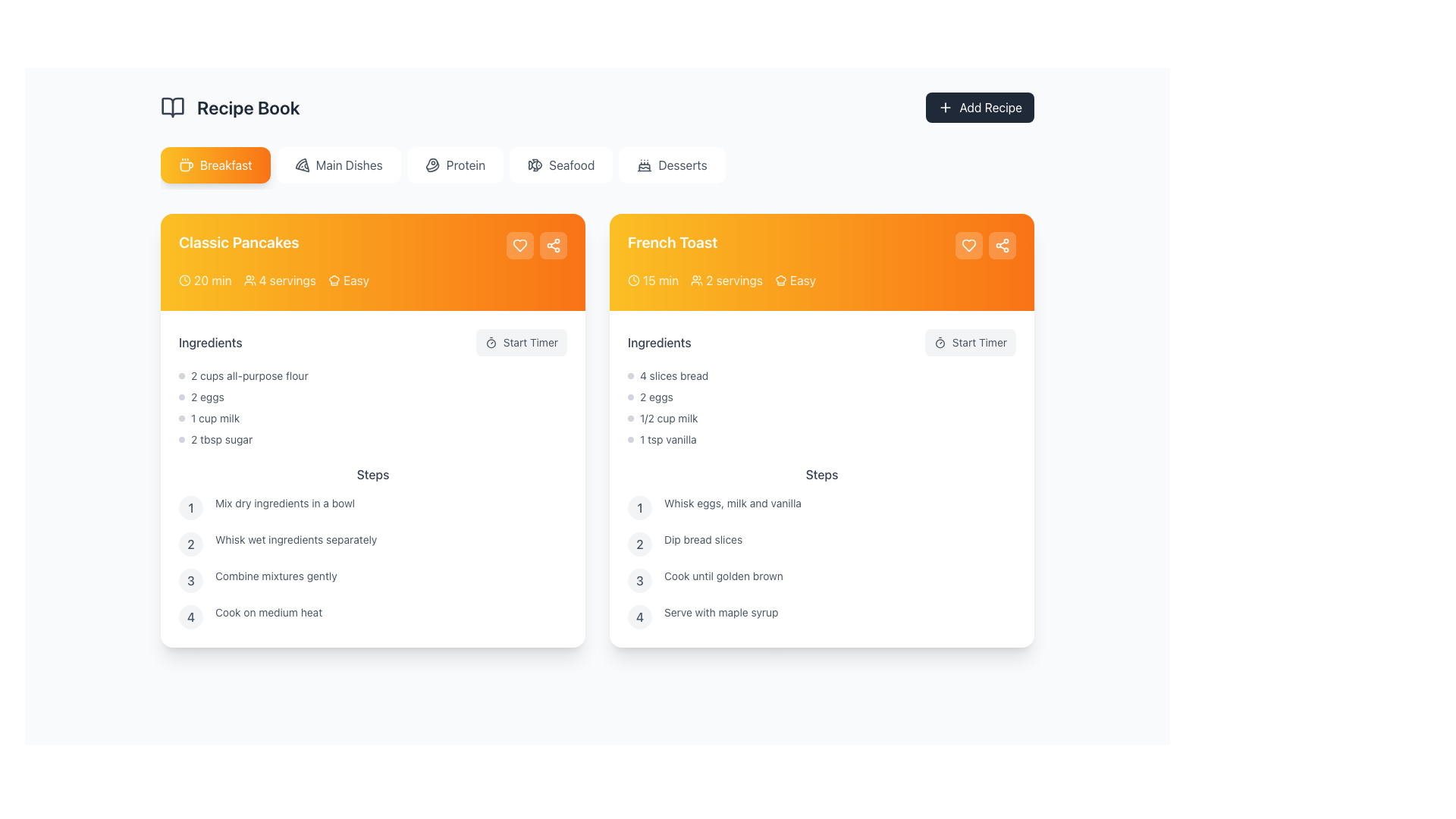 This screenshot has height=819, width=1456. I want to click on the beef cut-like icon located at the center-left of the 'Protein' button in the navigation bar under 'Recipe Book', so click(431, 165).